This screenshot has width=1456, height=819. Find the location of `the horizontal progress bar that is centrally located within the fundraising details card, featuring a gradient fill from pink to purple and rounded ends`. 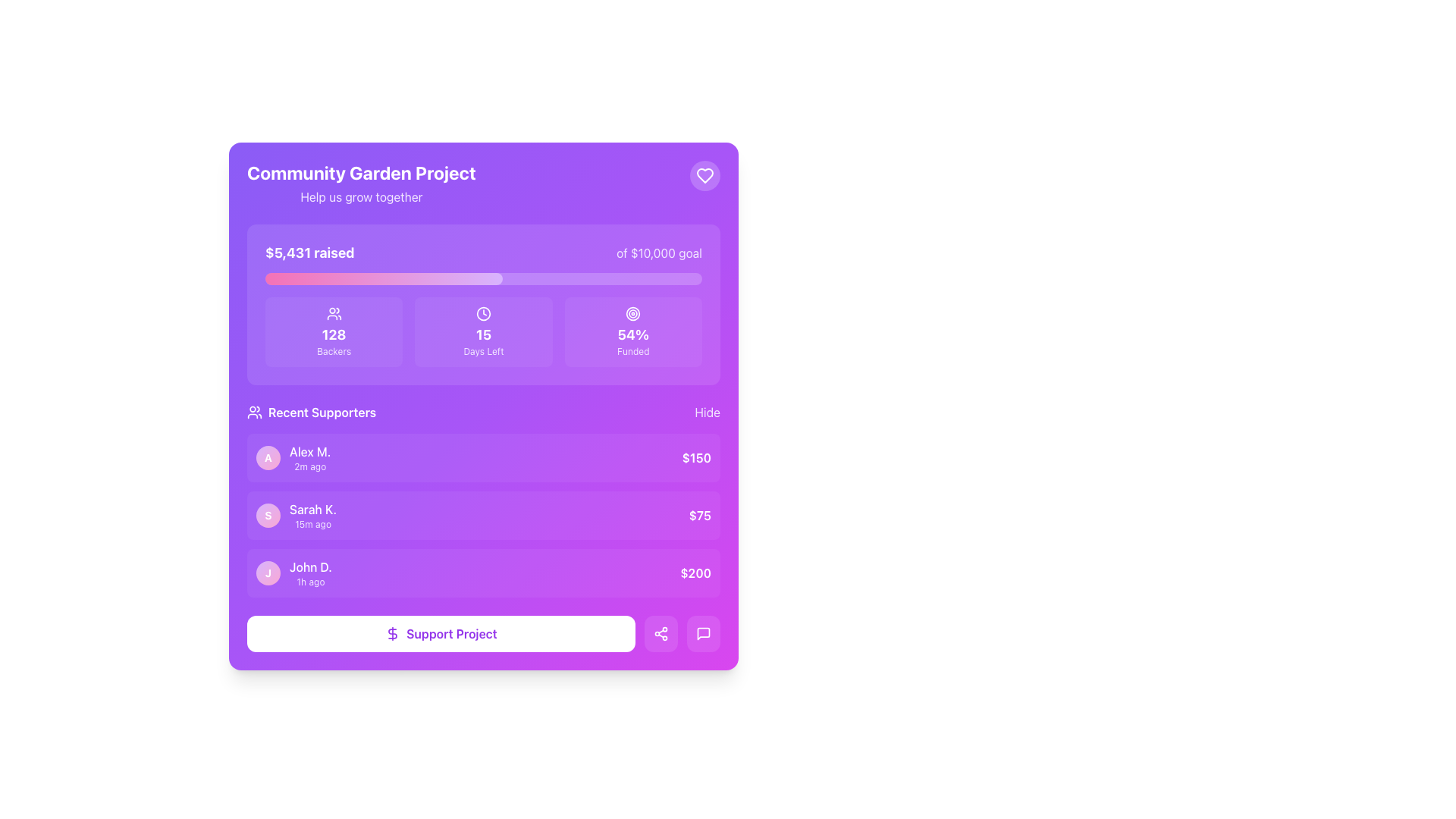

the horizontal progress bar that is centrally located within the fundraising details card, featuring a gradient fill from pink to purple and rounded ends is located at coordinates (483, 278).